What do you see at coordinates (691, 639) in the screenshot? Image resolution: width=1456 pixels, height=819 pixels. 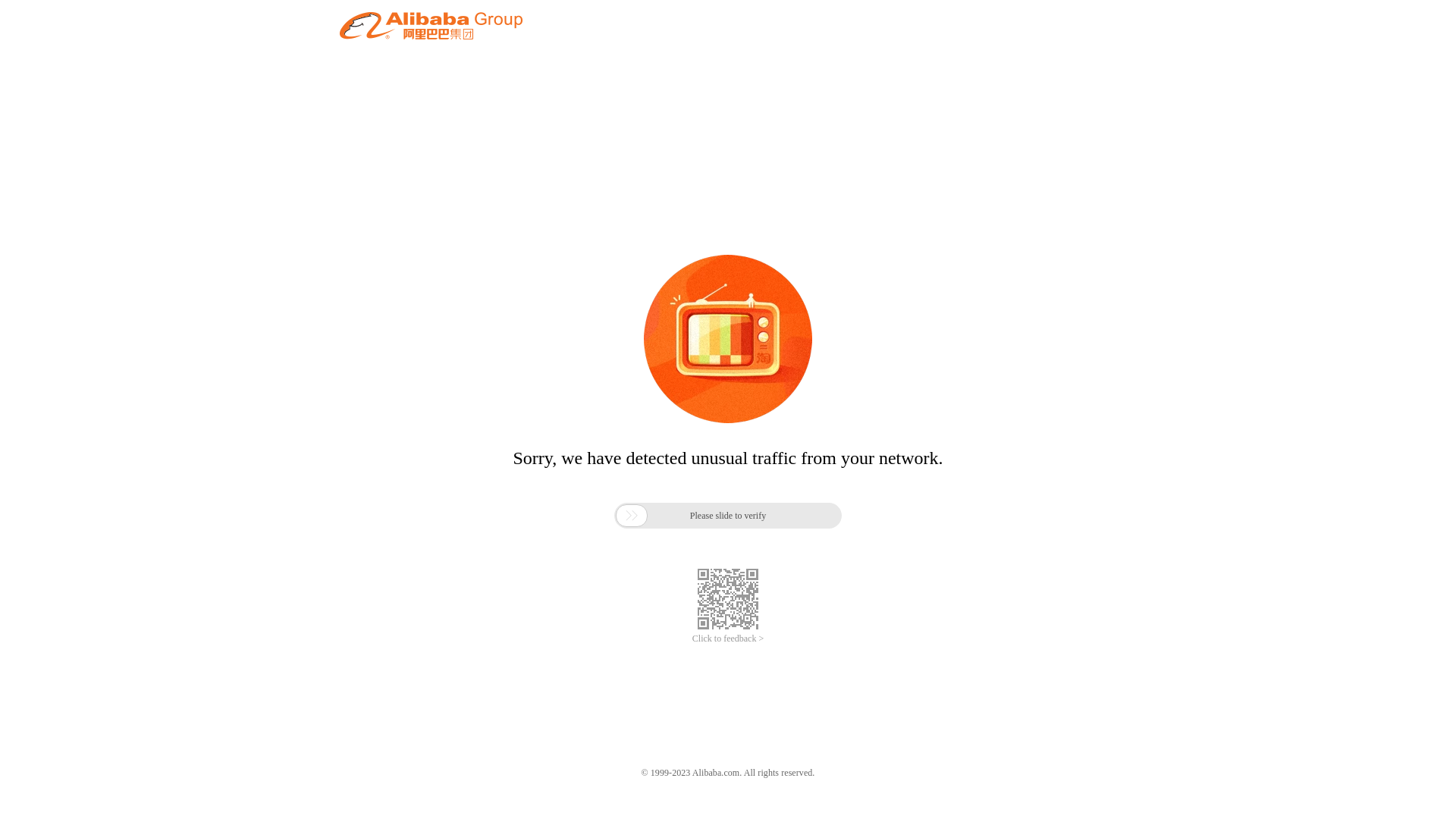 I see `'Click to feedback >'` at bounding box center [691, 639].